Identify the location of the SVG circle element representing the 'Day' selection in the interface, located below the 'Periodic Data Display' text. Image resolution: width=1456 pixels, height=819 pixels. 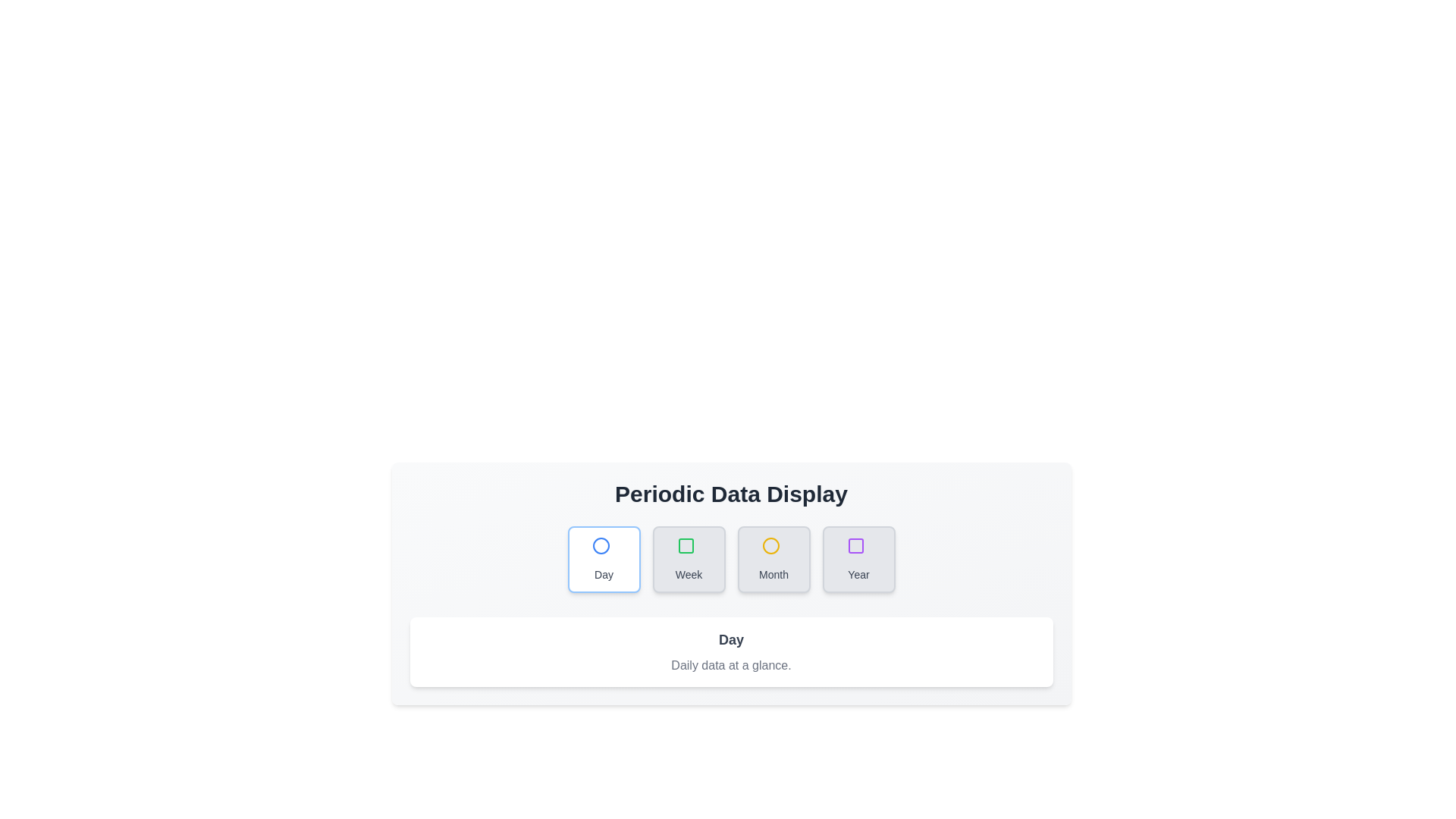
(600, 546).